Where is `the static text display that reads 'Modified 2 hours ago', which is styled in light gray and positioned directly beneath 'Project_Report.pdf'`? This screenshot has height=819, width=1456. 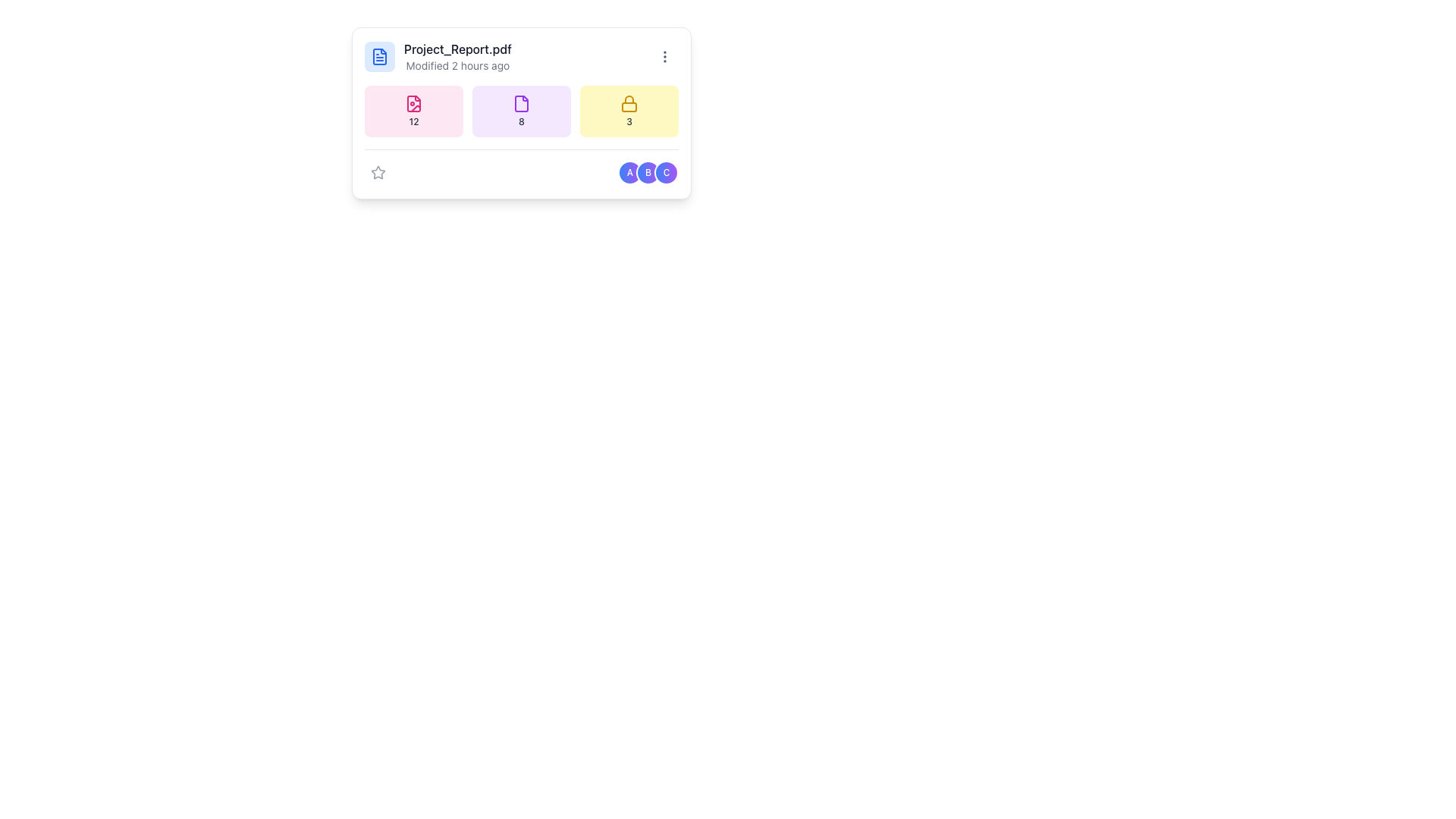
the static text display that reads 'Modified 2 hours ago', which is styled in light gray and positioned directly beneath 'Project_Report.pdf' is located at coordinates (457, 65).